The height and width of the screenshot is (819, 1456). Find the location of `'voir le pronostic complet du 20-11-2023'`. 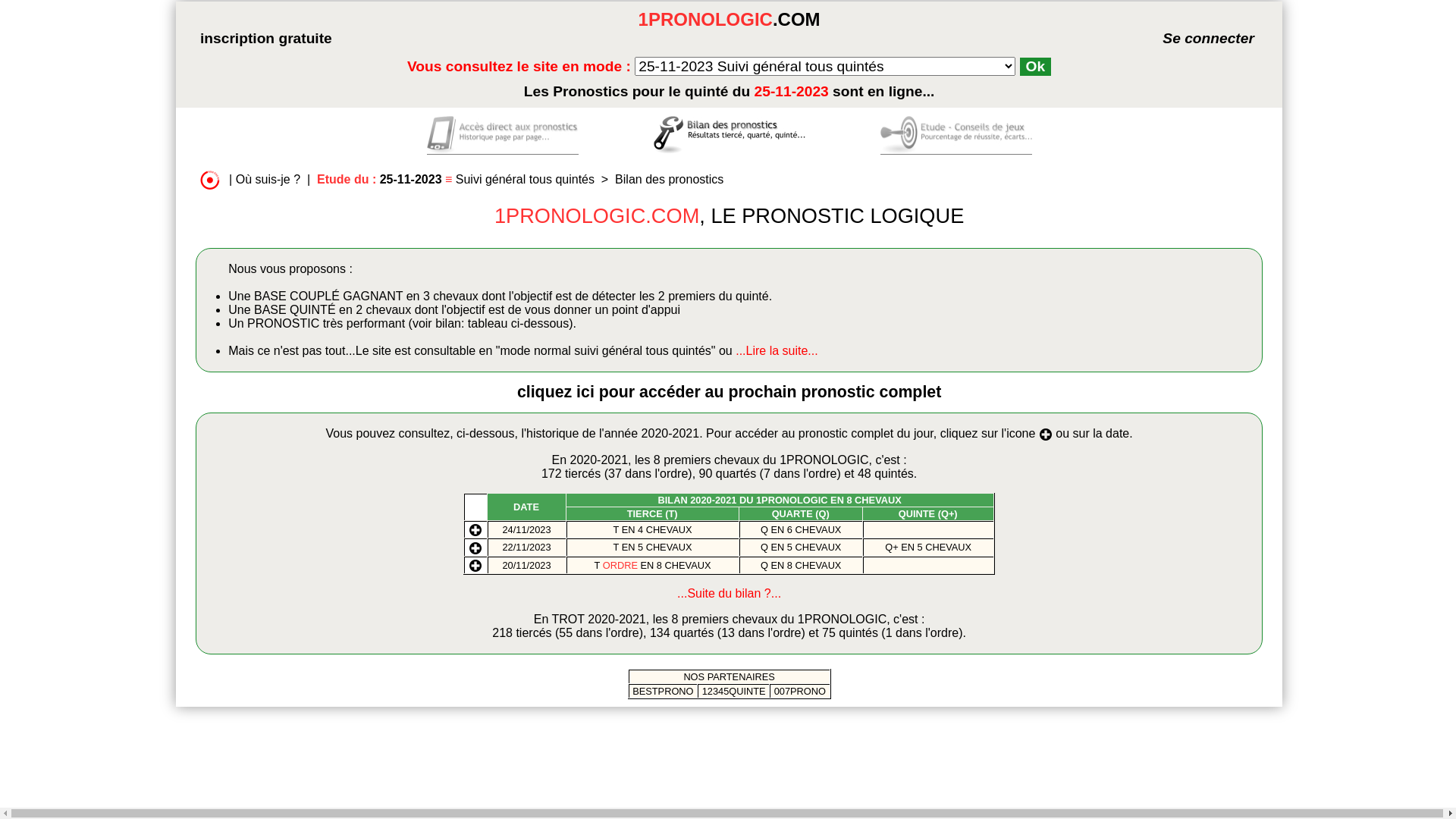

'voir le pronostic complet du 20-11-2023' is located at coordinates (475, 564).